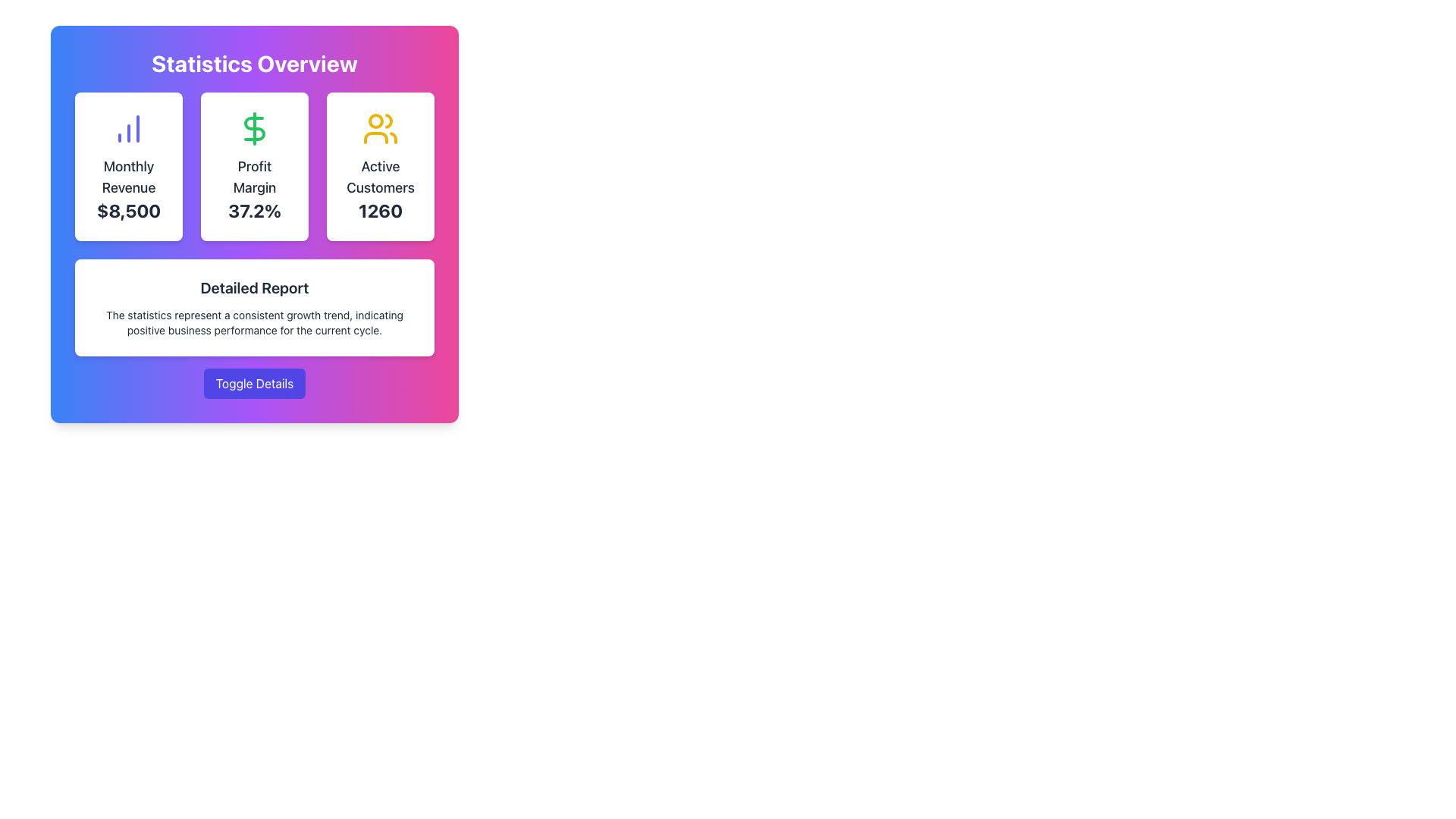 The width and height of the screenshot is (1456, 819). I want to click on large, bold, white-colored text that reads 'Statistics Overview', which is located at the top of a card with a gradient background, so click(255, 63).